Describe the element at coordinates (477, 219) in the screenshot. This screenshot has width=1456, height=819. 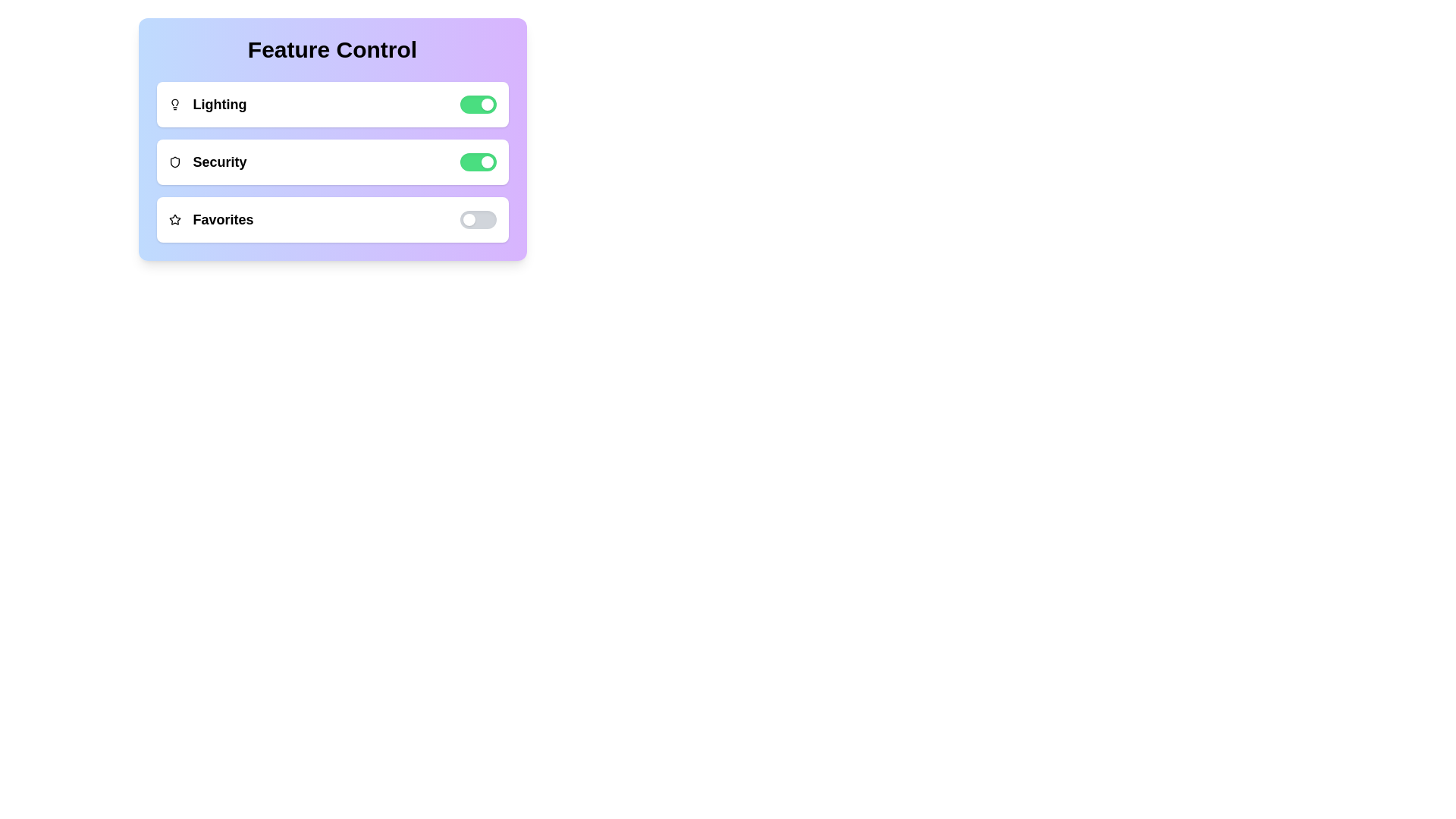
I see `the toggle button for the Favorites setting to change its state` at that location.